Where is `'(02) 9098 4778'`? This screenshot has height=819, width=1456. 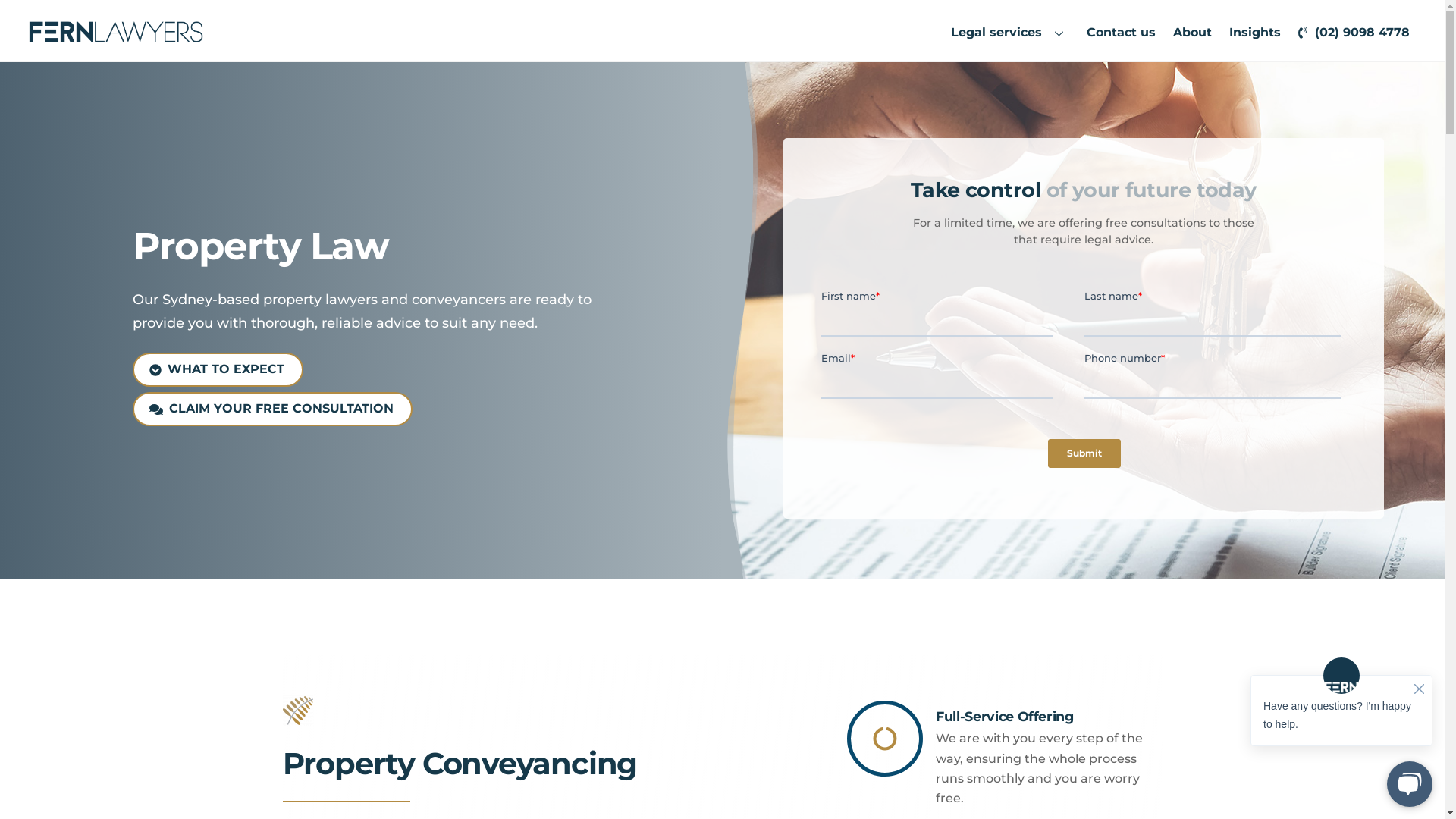 '(02) 9098 4778' is located at coordinates (1291, 32).